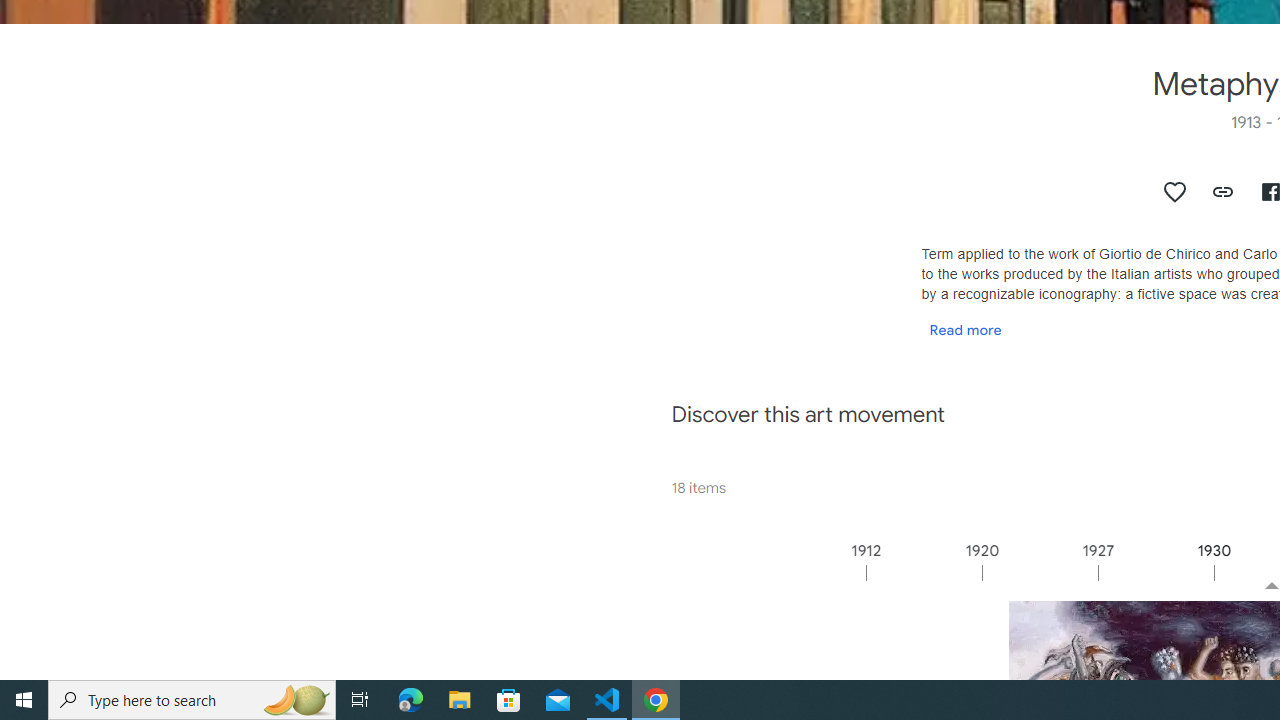 This screenshot has width=1280, height=720. Describe the element at coordinates (965, 328) in the screenshot. I see `'Read more'` at that location.